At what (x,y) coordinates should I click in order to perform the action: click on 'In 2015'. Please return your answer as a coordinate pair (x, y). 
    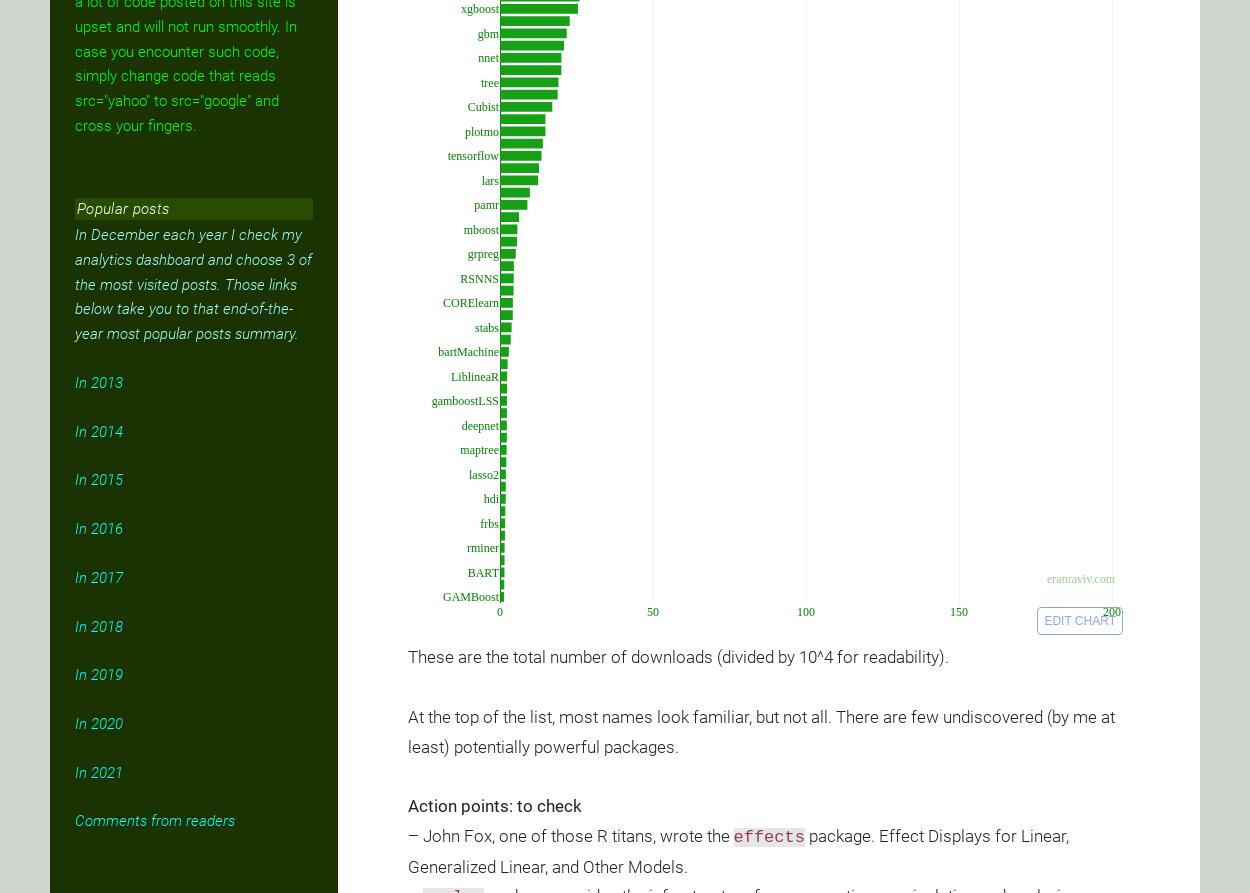
    Looking at the image, I should click on (74, 478).